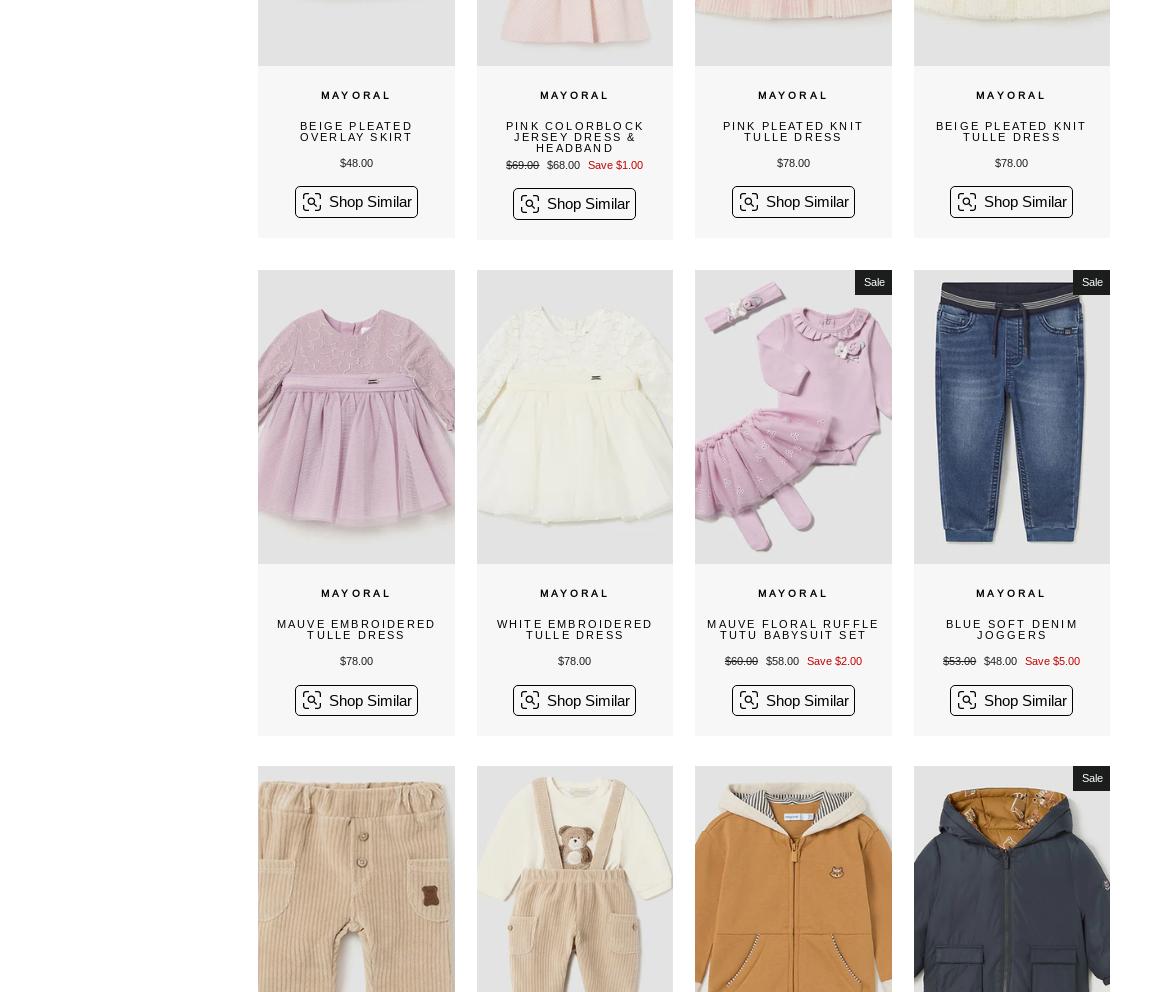 This screenshot has width=1150, height=992. What do you see at coordinates (1010, 629) in the screenshot?
I see `'Blue Soft Denim Joggers'` at bounding box center [1010, 629].